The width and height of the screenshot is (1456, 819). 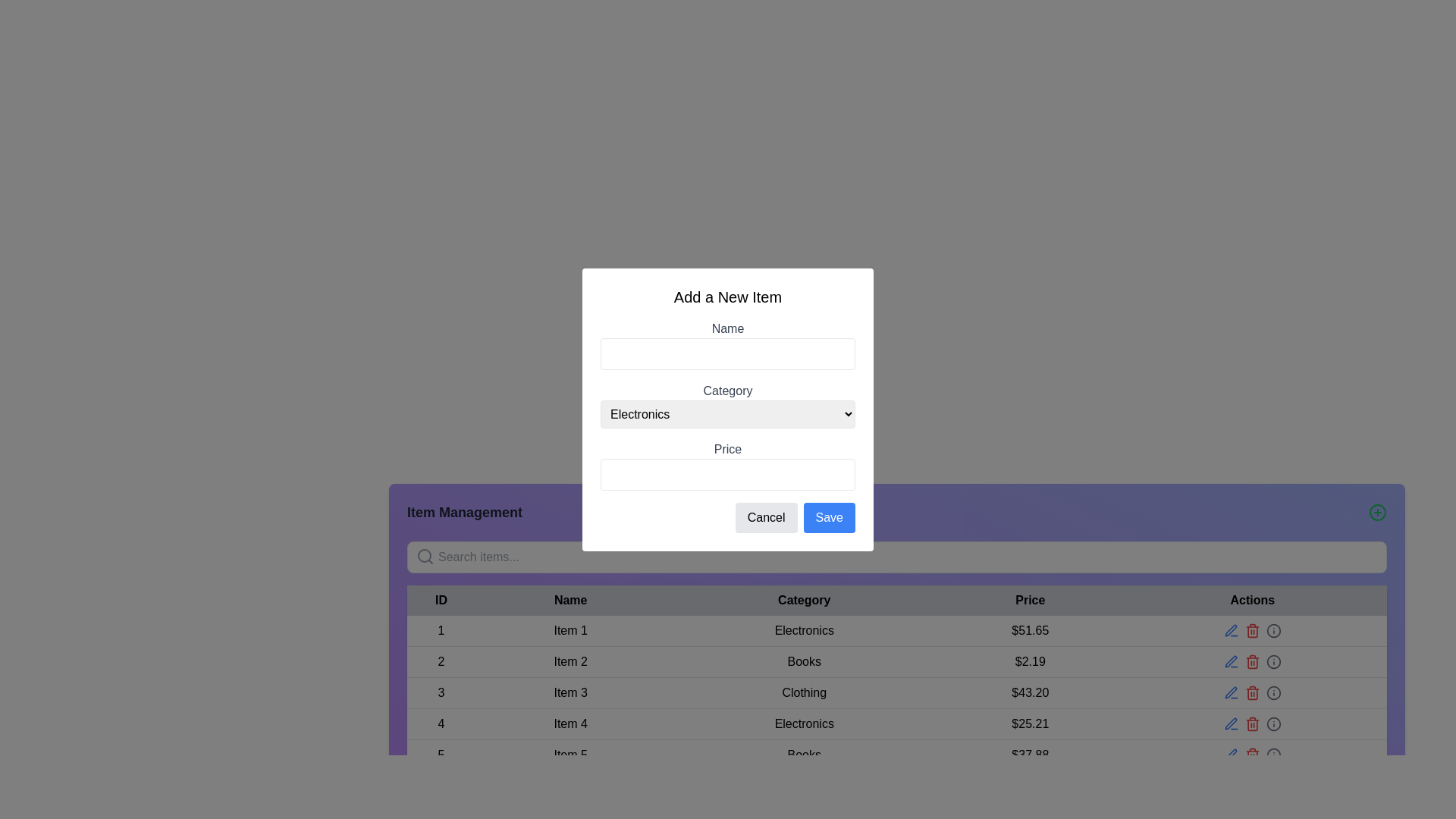 I want to click on the text label that represents the ID of the first item in the table, located at the top of the 'ID' column in row 1, so click(x=440, y=631).